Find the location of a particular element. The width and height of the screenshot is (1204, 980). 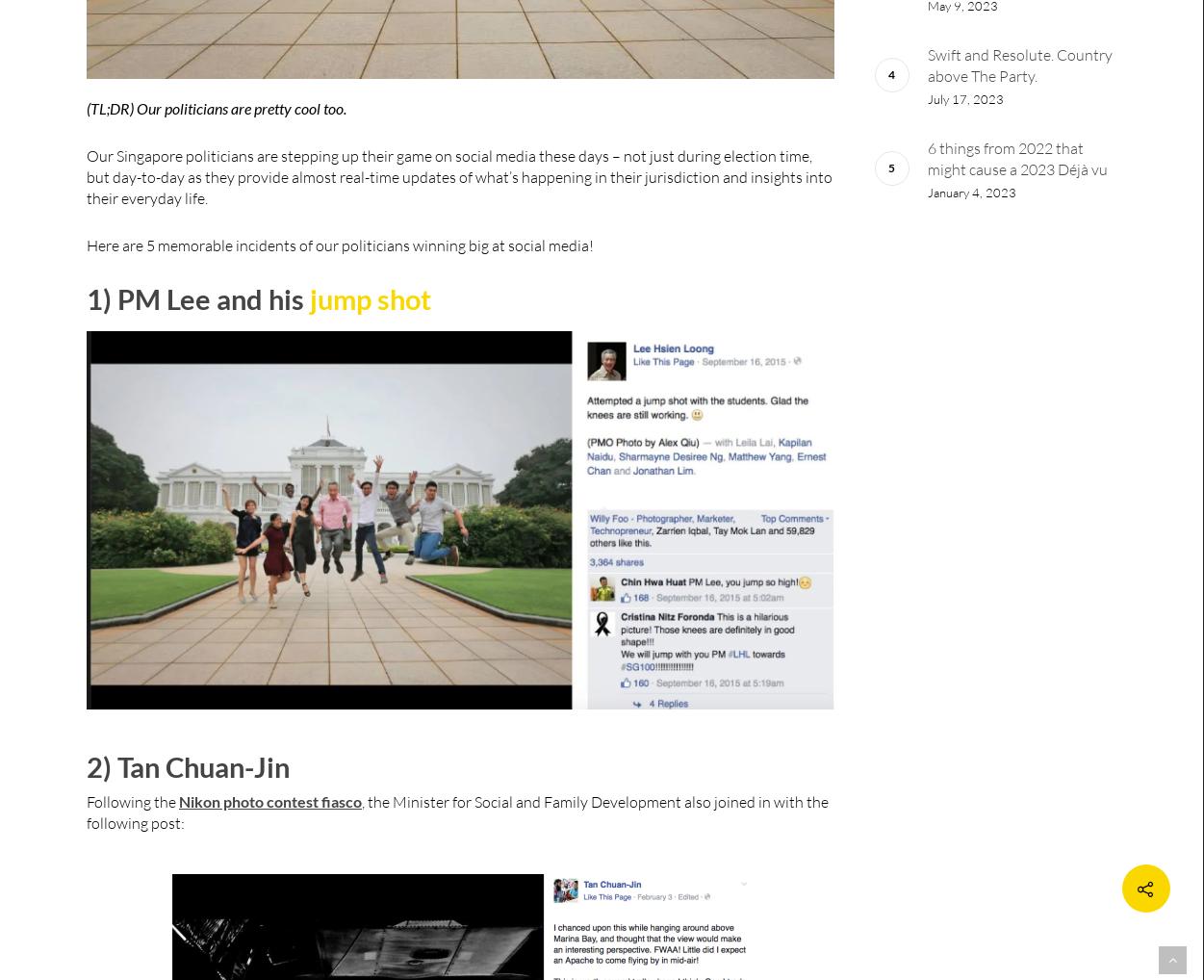

'Here are 5 memorable incidents of our politicians winning big at social media!' is located at coordinates (339, 245).